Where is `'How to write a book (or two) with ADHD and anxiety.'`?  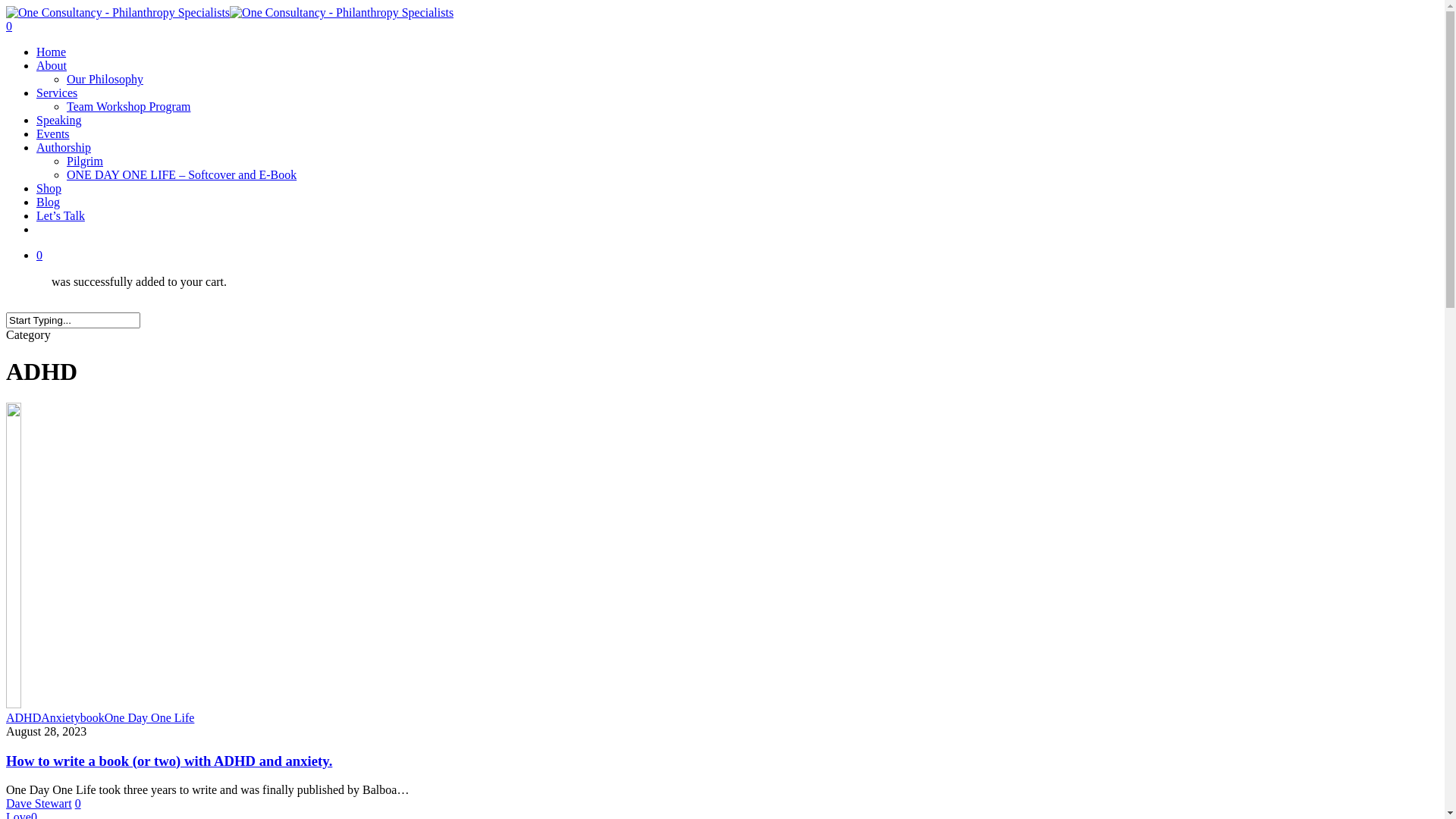
'How to write a book (or two) with ADHD and anxiety.' is located at coordinates (168, 761).